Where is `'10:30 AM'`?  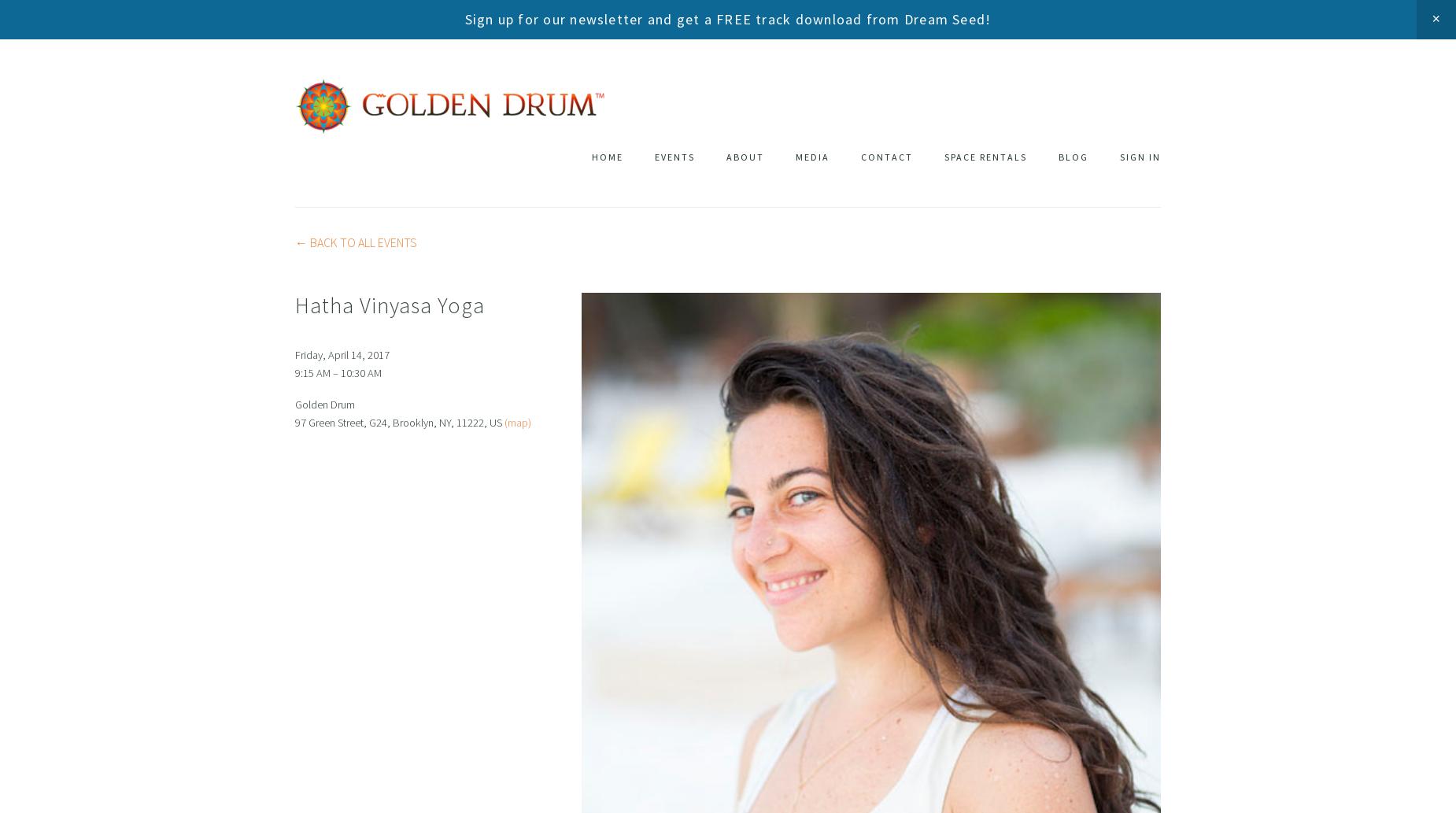
'10:30 AM' is located at coordinates (360, 372).